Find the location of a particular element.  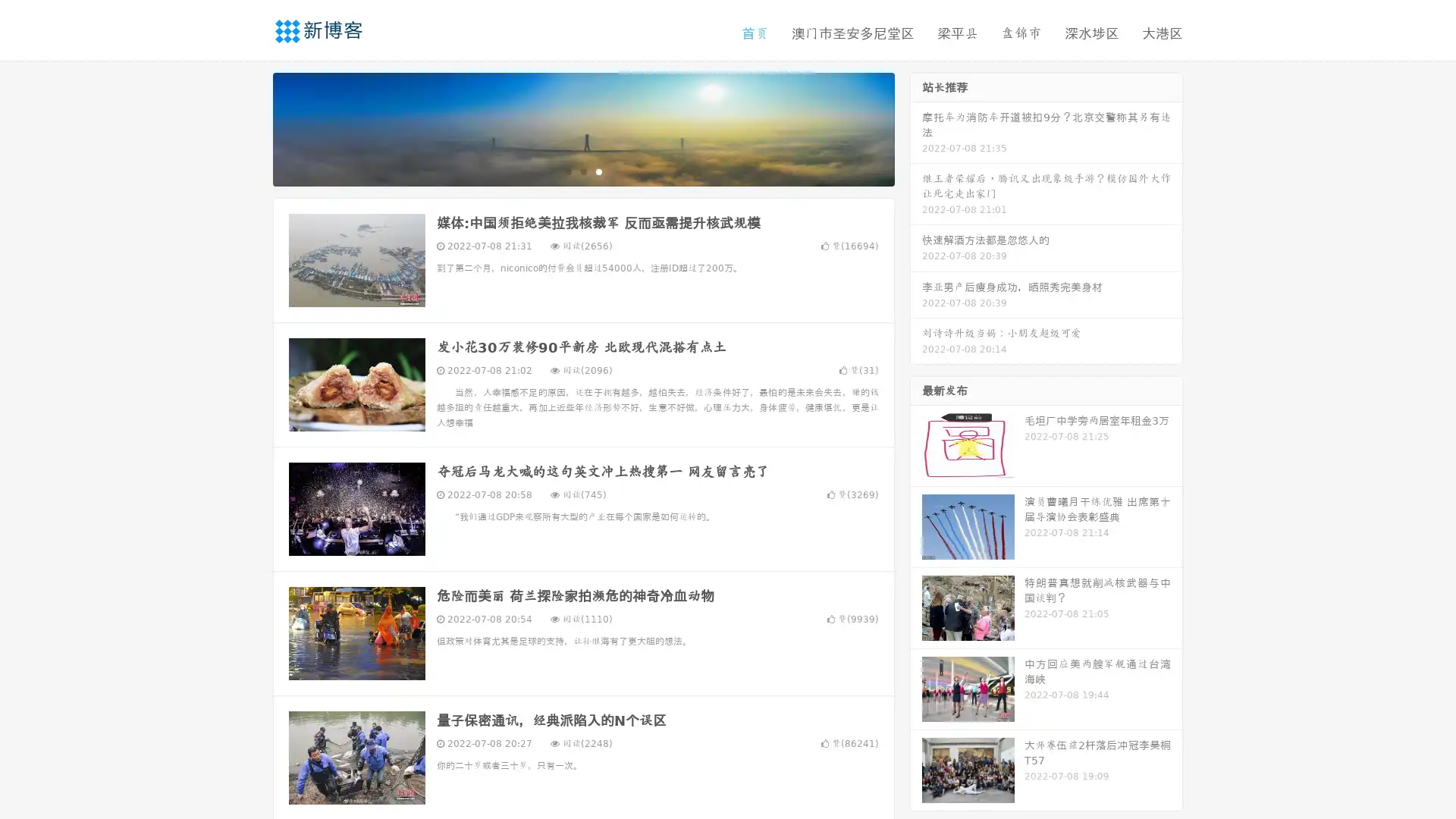

Previous slide is located at coordinates (250, 127).